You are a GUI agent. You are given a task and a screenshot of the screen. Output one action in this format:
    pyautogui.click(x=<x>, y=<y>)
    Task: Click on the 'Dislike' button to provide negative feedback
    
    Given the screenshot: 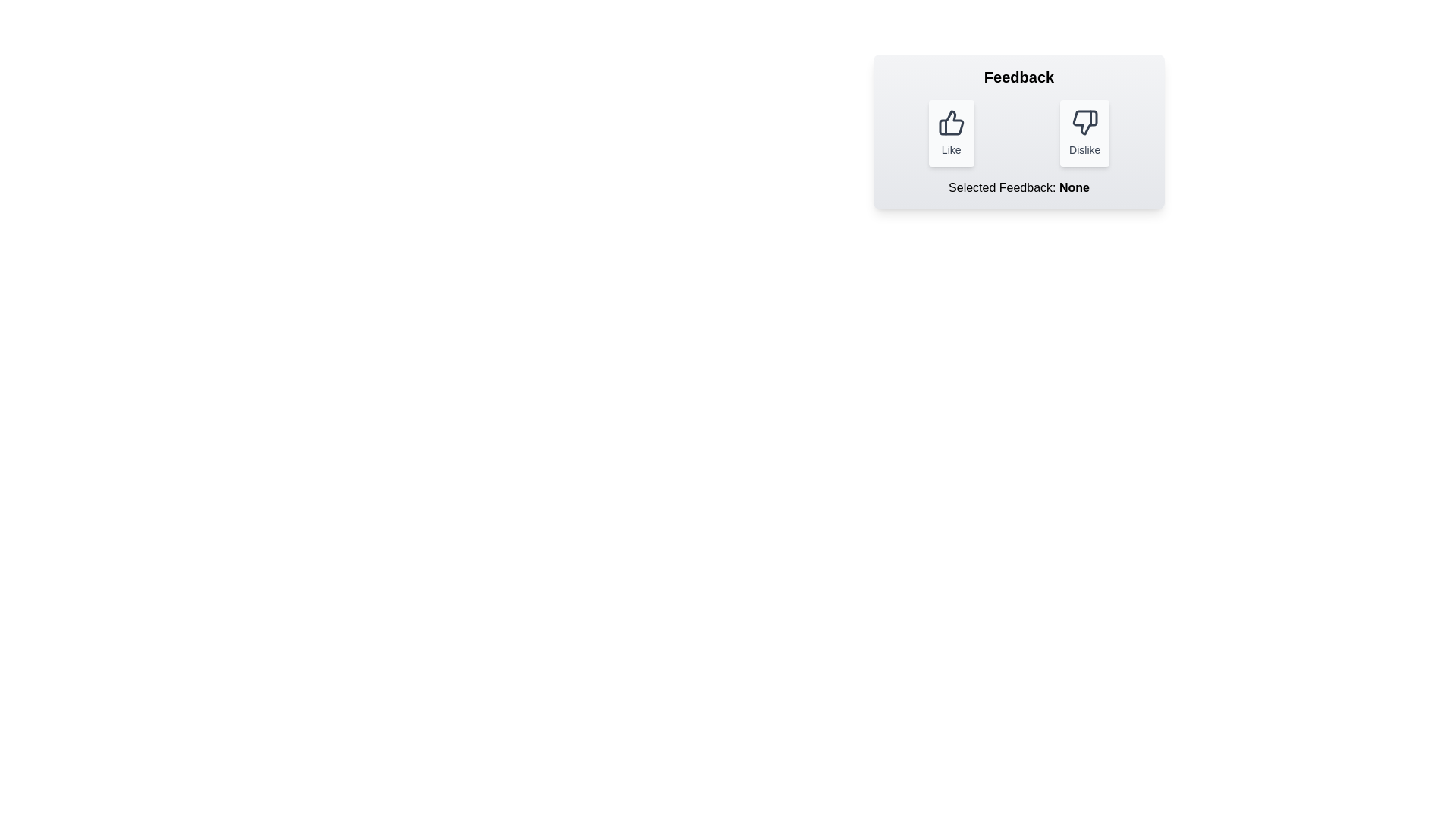 What is the action you would take?
    pyautogui.click(x=1084, y=133)
    